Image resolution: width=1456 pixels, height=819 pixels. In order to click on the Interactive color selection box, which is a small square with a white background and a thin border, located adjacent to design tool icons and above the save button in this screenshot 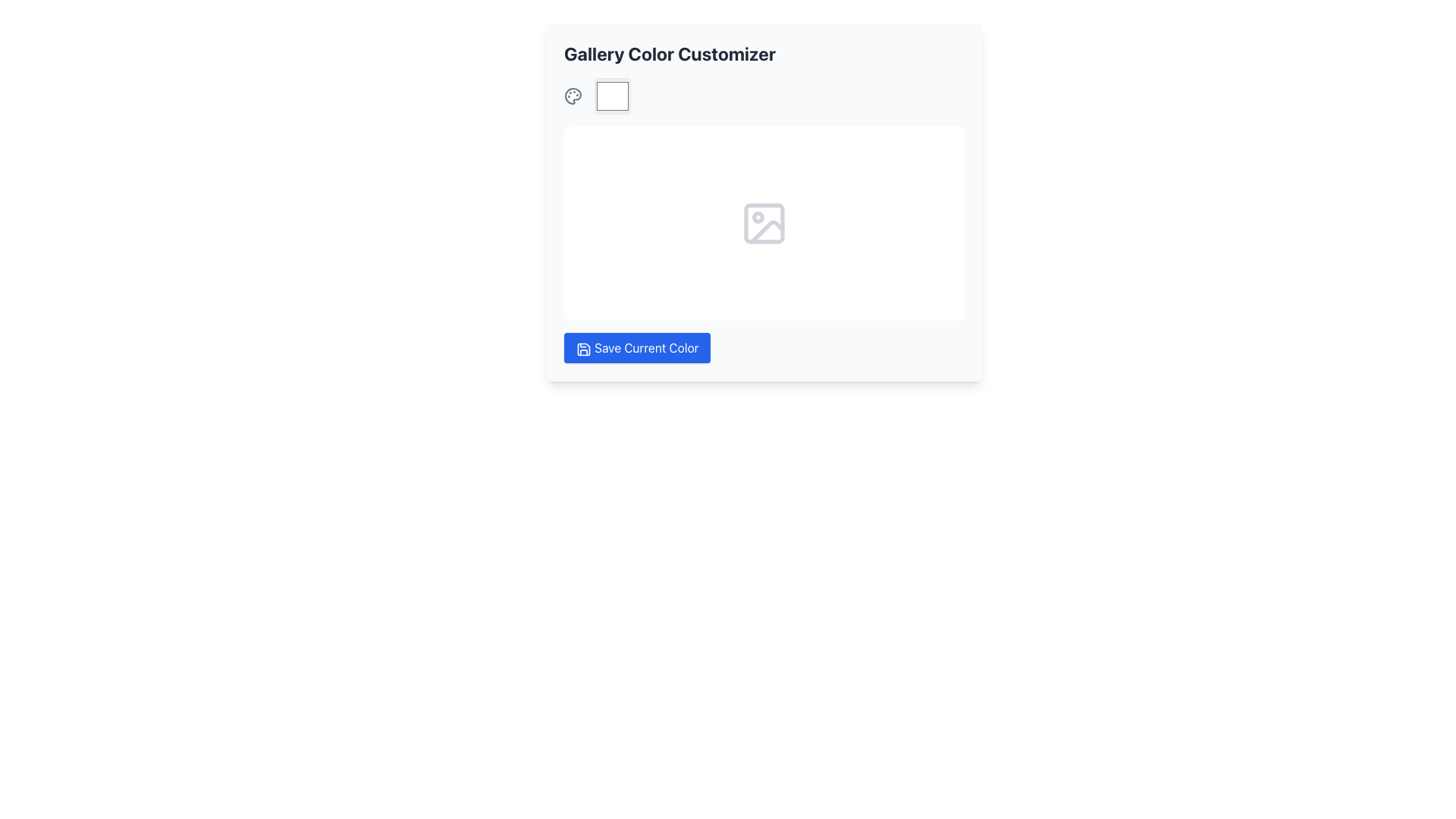, I will do `click(612, 96)`.